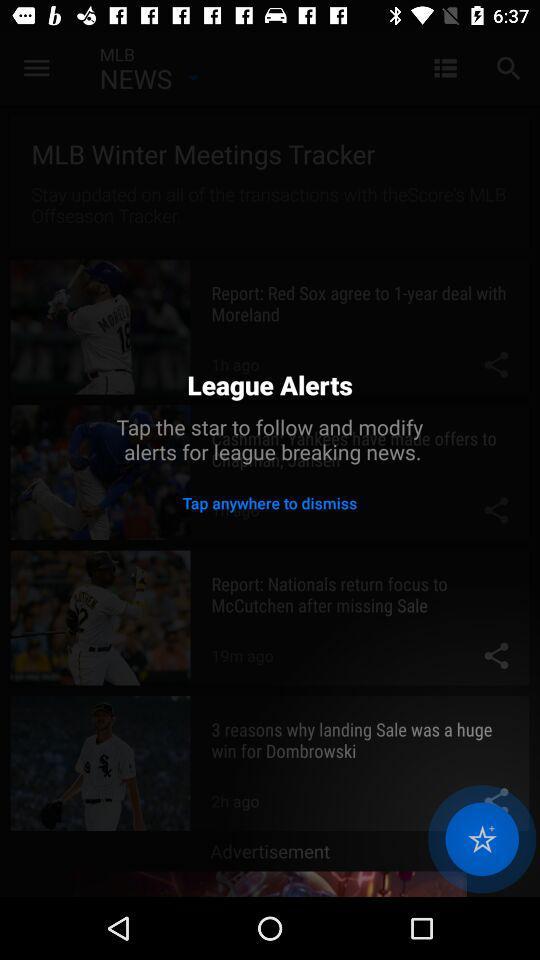 This screenshot has width=540, height=960. I want to click on the star icon, so click(481, 839).